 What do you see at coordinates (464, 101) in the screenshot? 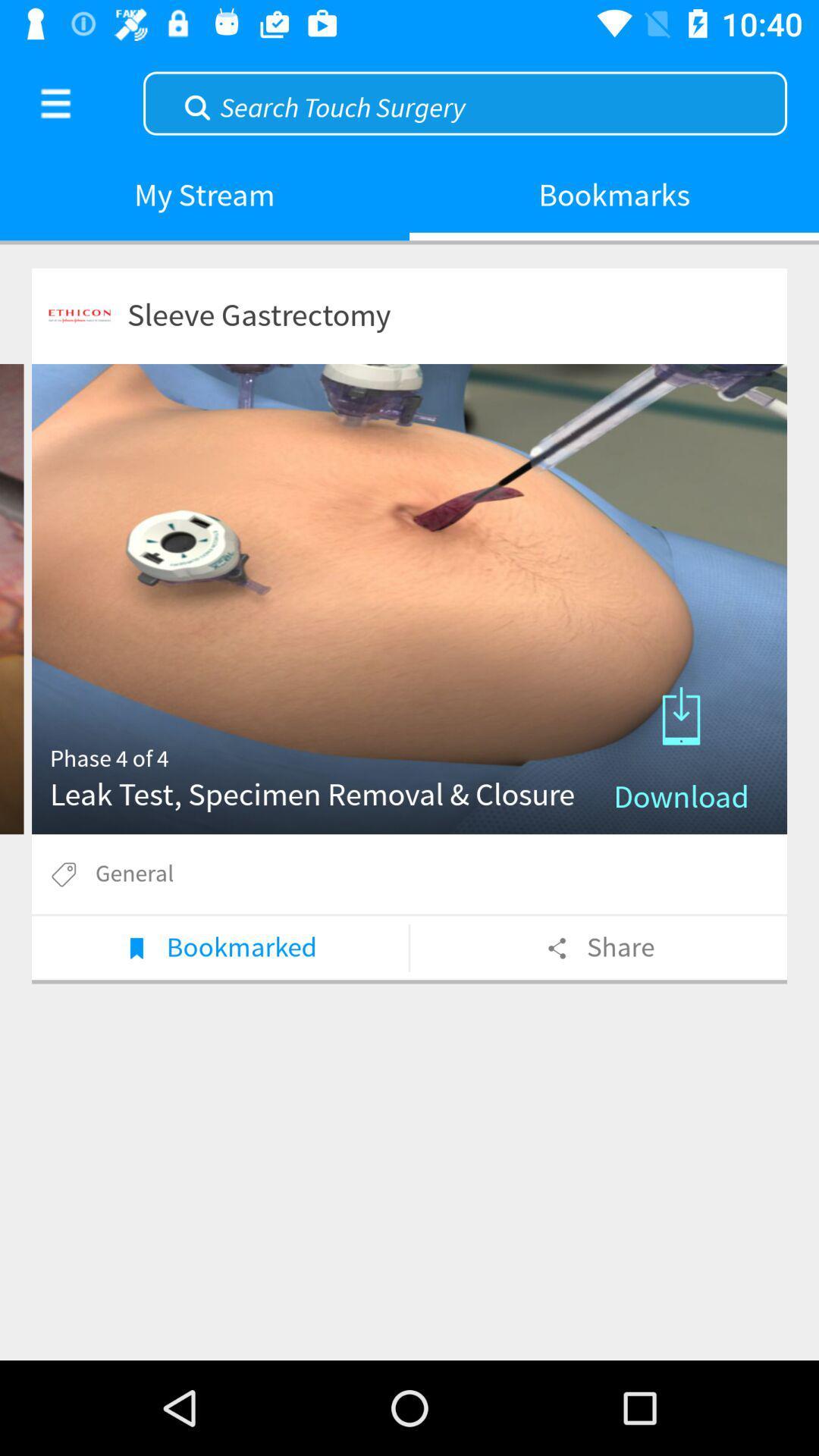
I see `search function` at bounding box center [464, 101].